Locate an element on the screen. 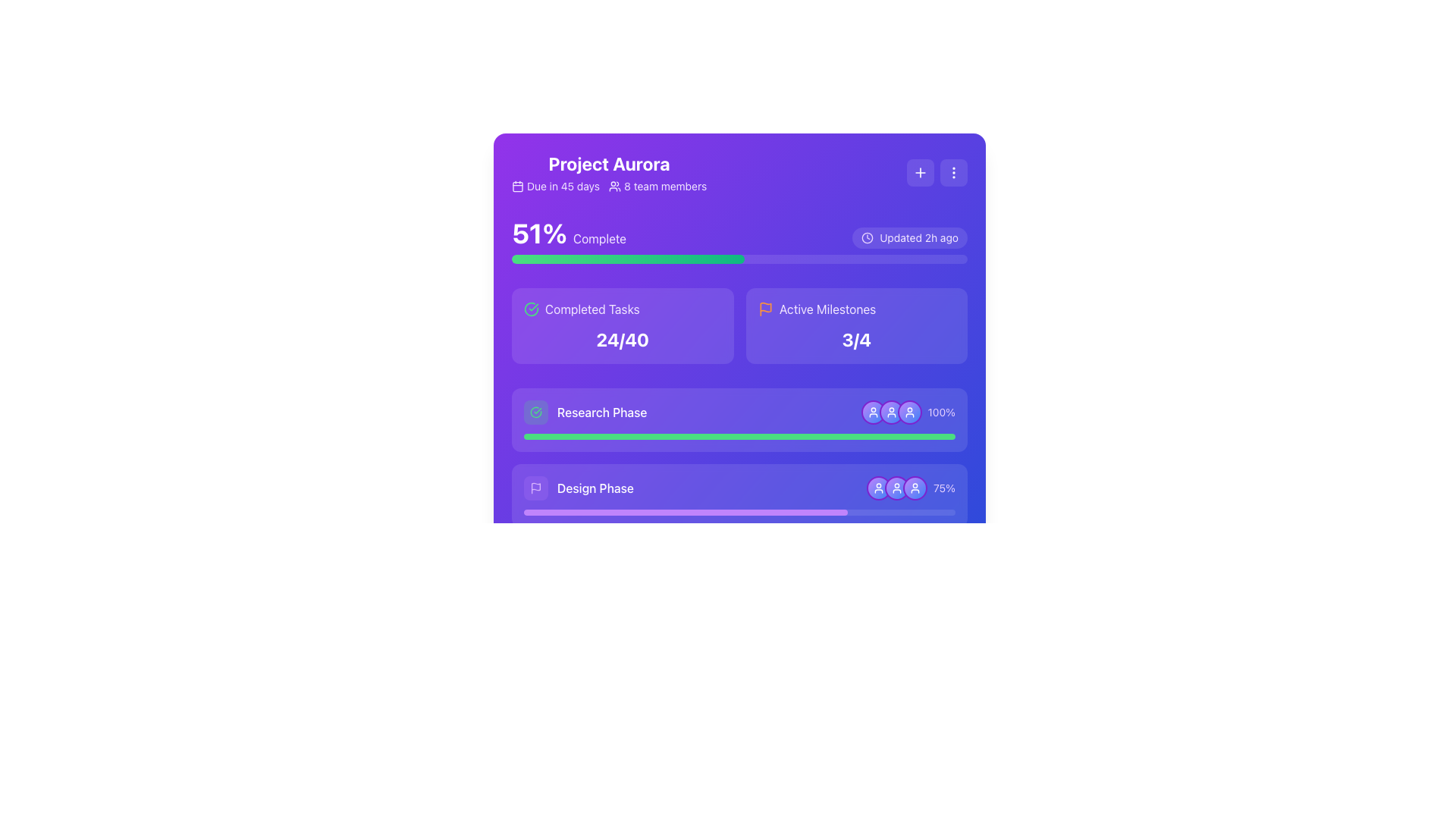 This screenshot has height=819, width=1456. the Informational card displaying task completion progress ('24/40') located in the top-left section of the row, directly to the left of the 'Active Milestones' widget is located at coordinates (623, 325).